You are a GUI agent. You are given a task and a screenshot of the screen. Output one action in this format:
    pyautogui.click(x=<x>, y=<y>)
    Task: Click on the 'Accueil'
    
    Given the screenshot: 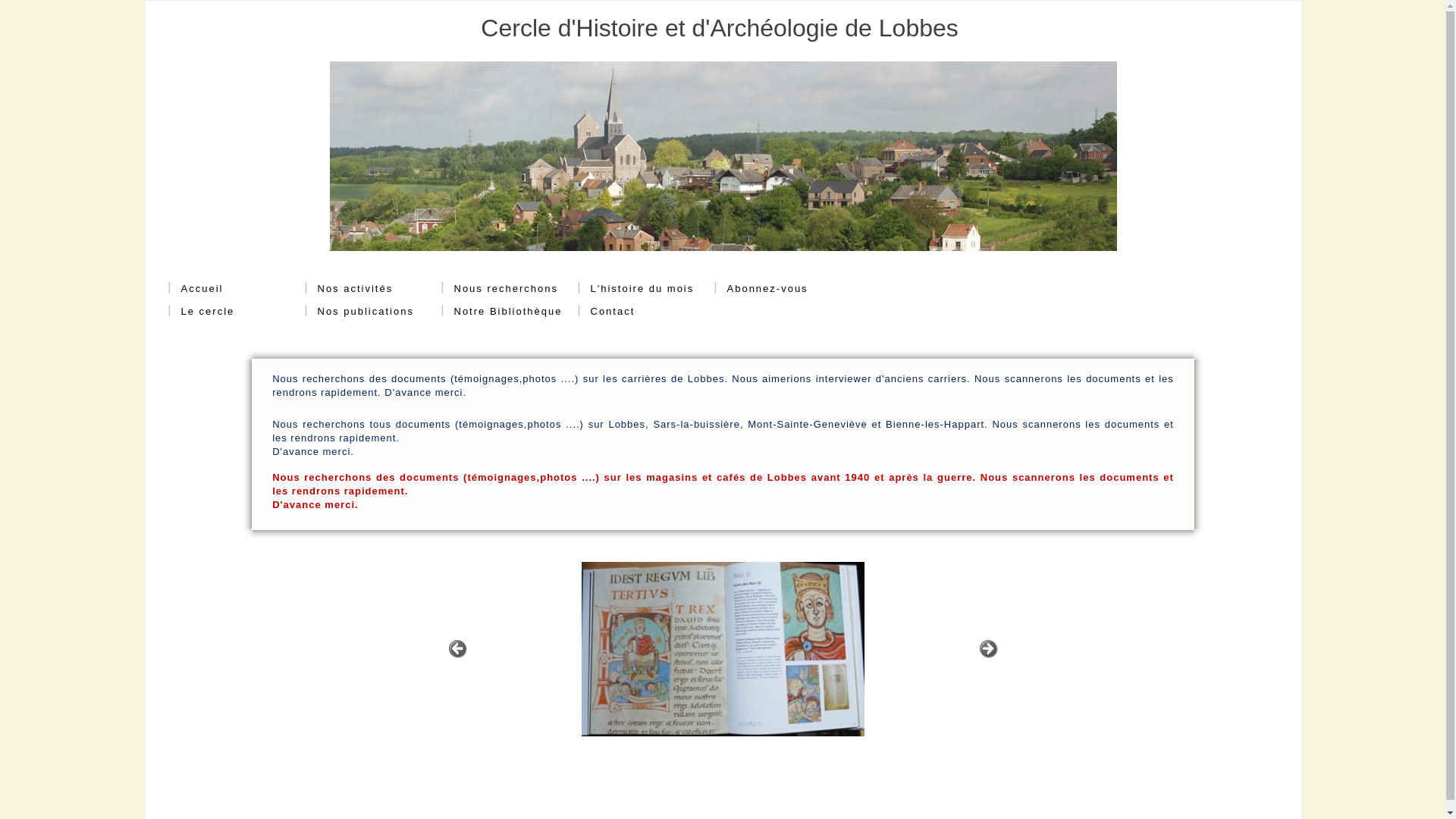 What is the action you would take?
    pyautogui.click(x=200, y=289)
    